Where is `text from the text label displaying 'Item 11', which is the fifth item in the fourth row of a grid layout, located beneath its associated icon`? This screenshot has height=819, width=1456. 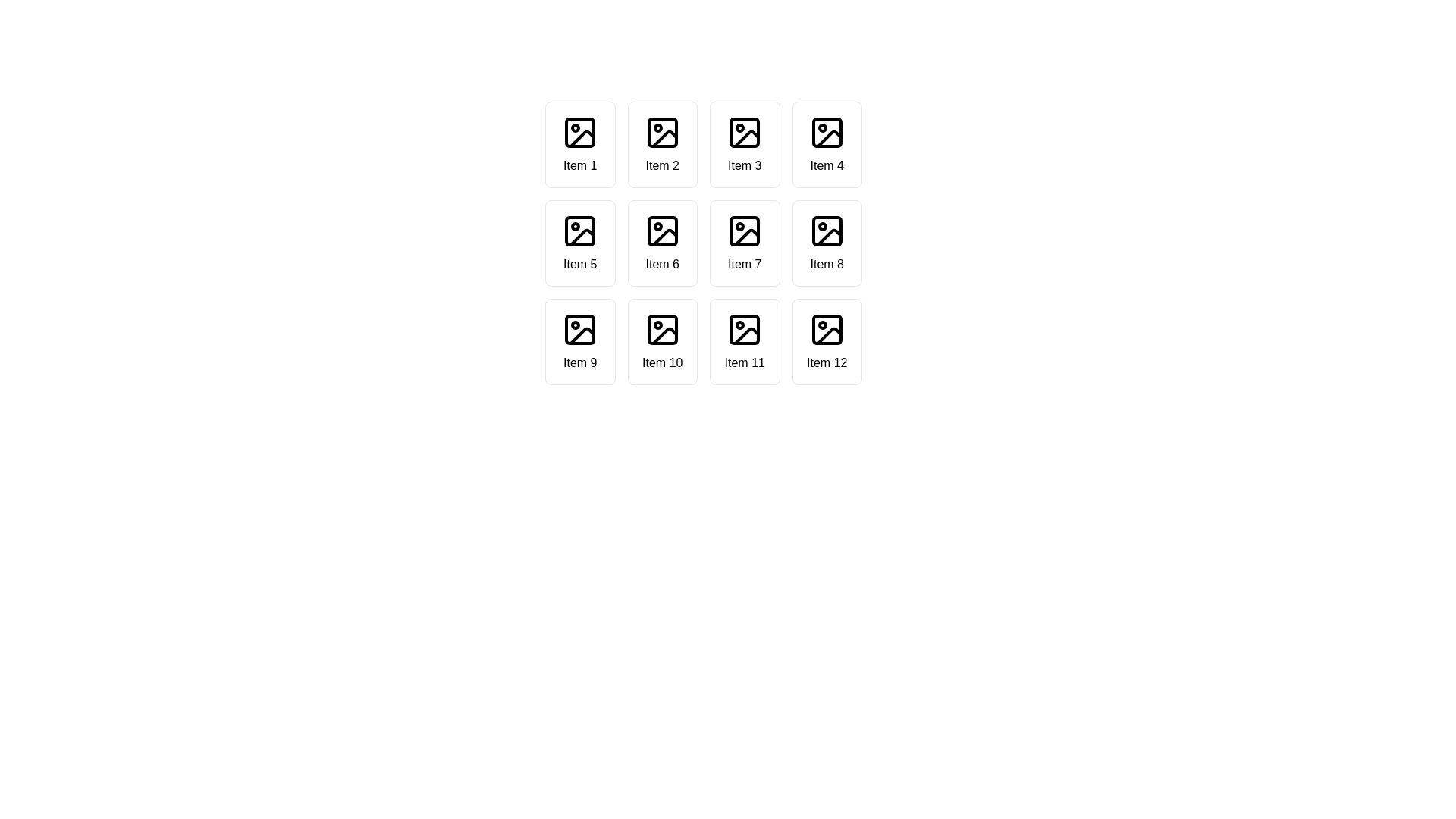
text from the text label displaying 'Item 11', which is the fifth item in the fourth row of a grid layout, located beneath its associated icon is located at coordinates (745, 362).